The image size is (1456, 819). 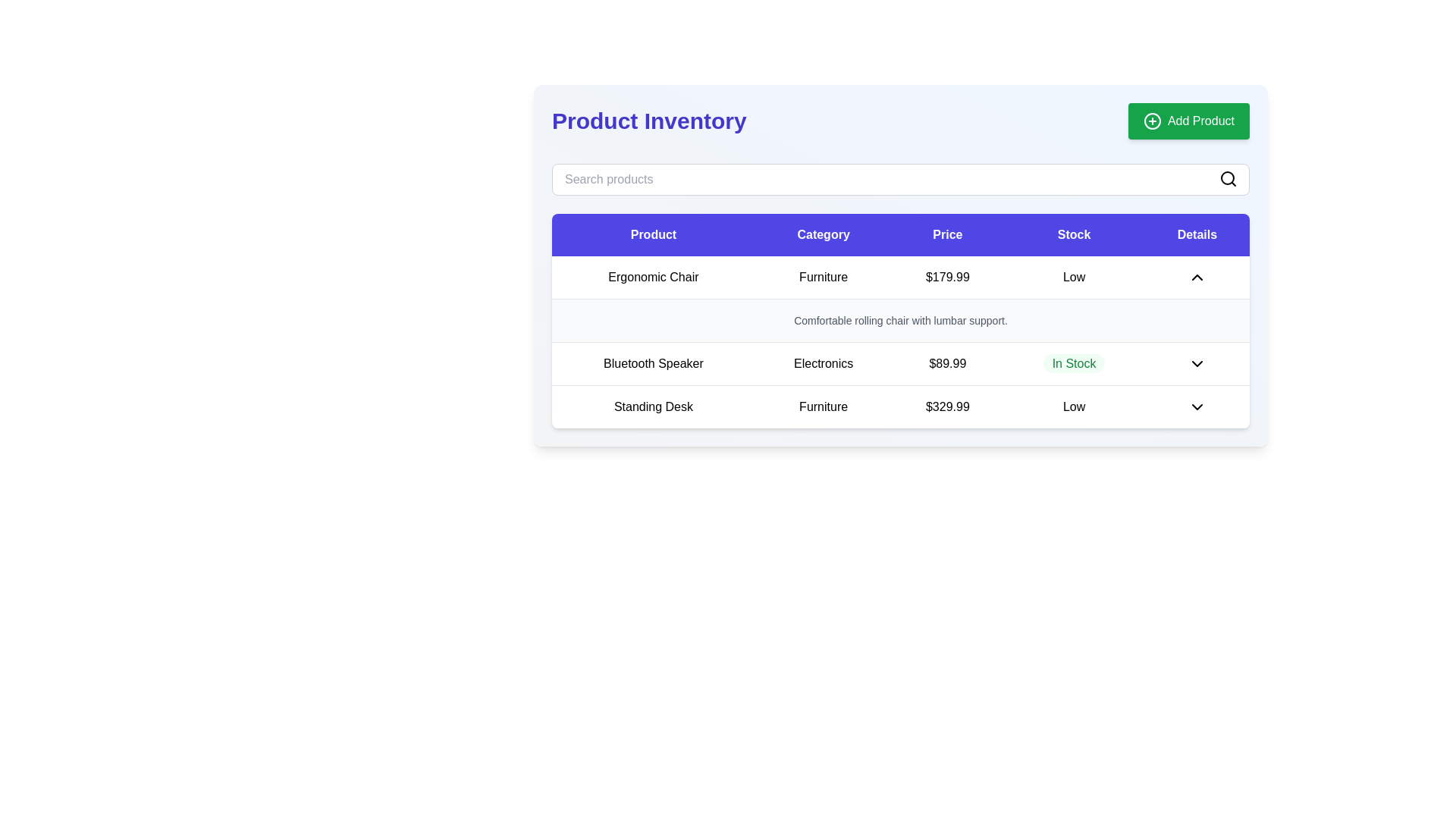 I want to click on the third row of the product details table for 'Standing Desk', so click(x=901, y=406).